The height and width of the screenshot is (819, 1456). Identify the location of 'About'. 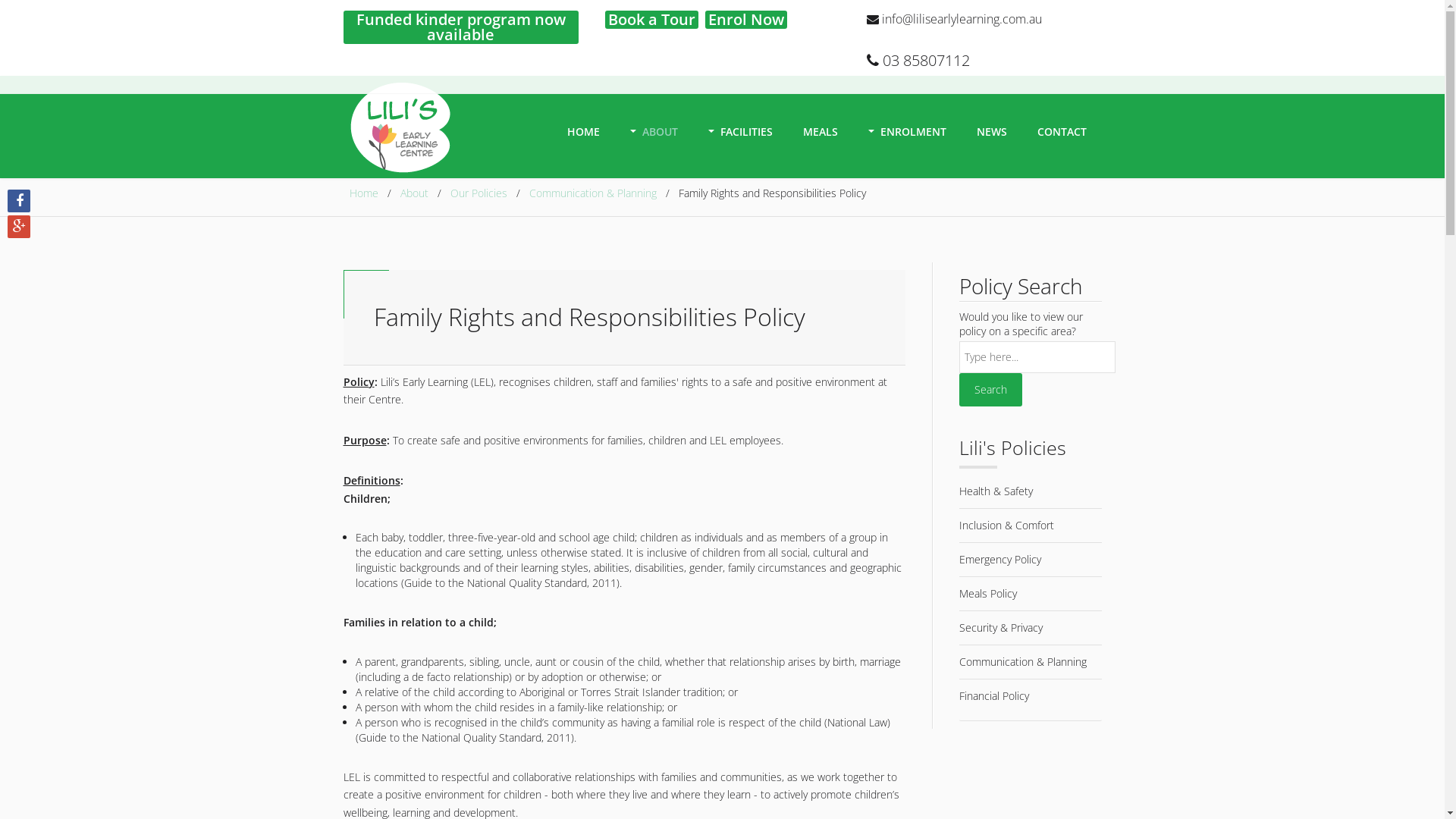
(414, 192).